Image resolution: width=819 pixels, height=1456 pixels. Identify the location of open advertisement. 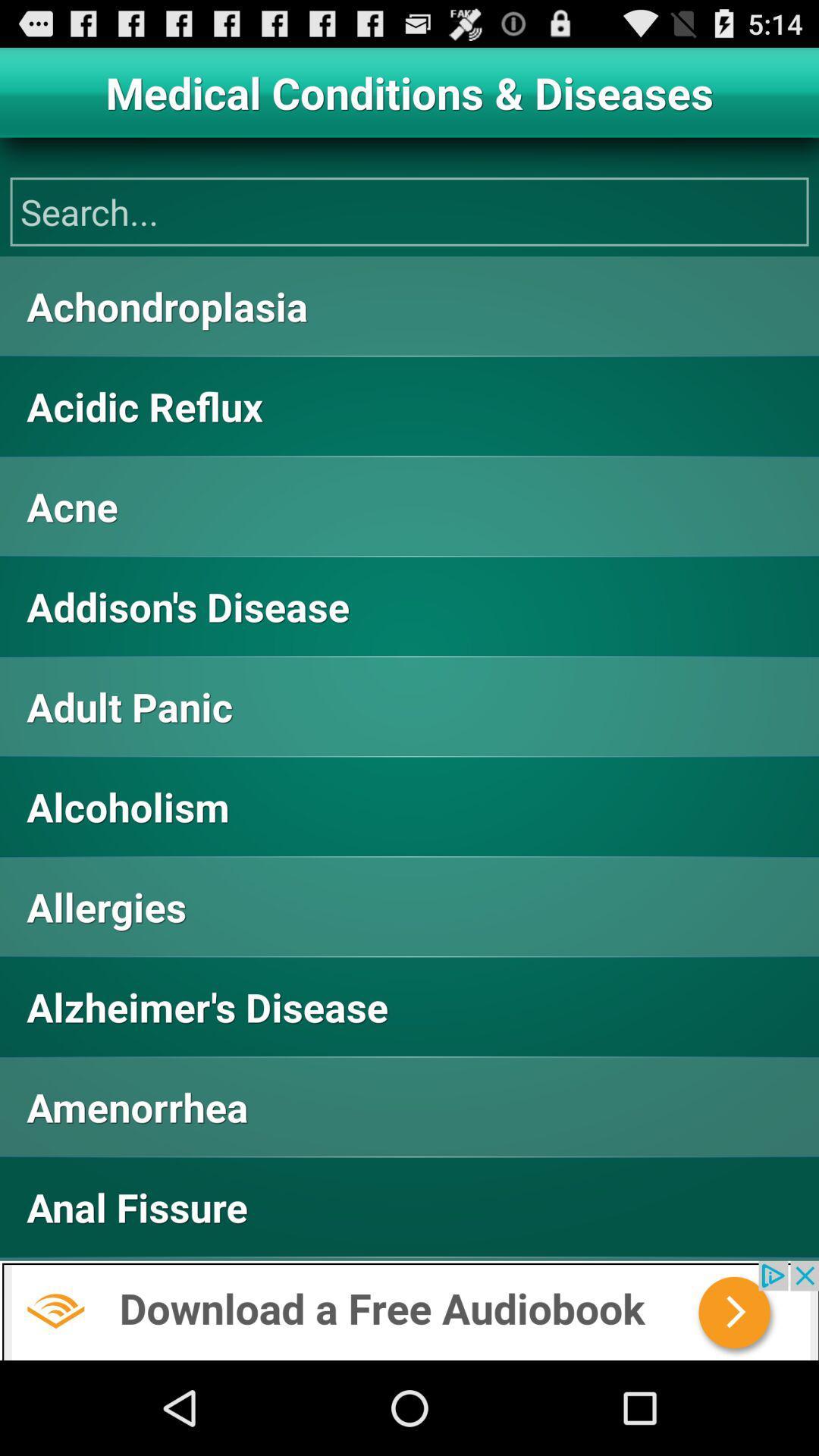
(409, 1310).